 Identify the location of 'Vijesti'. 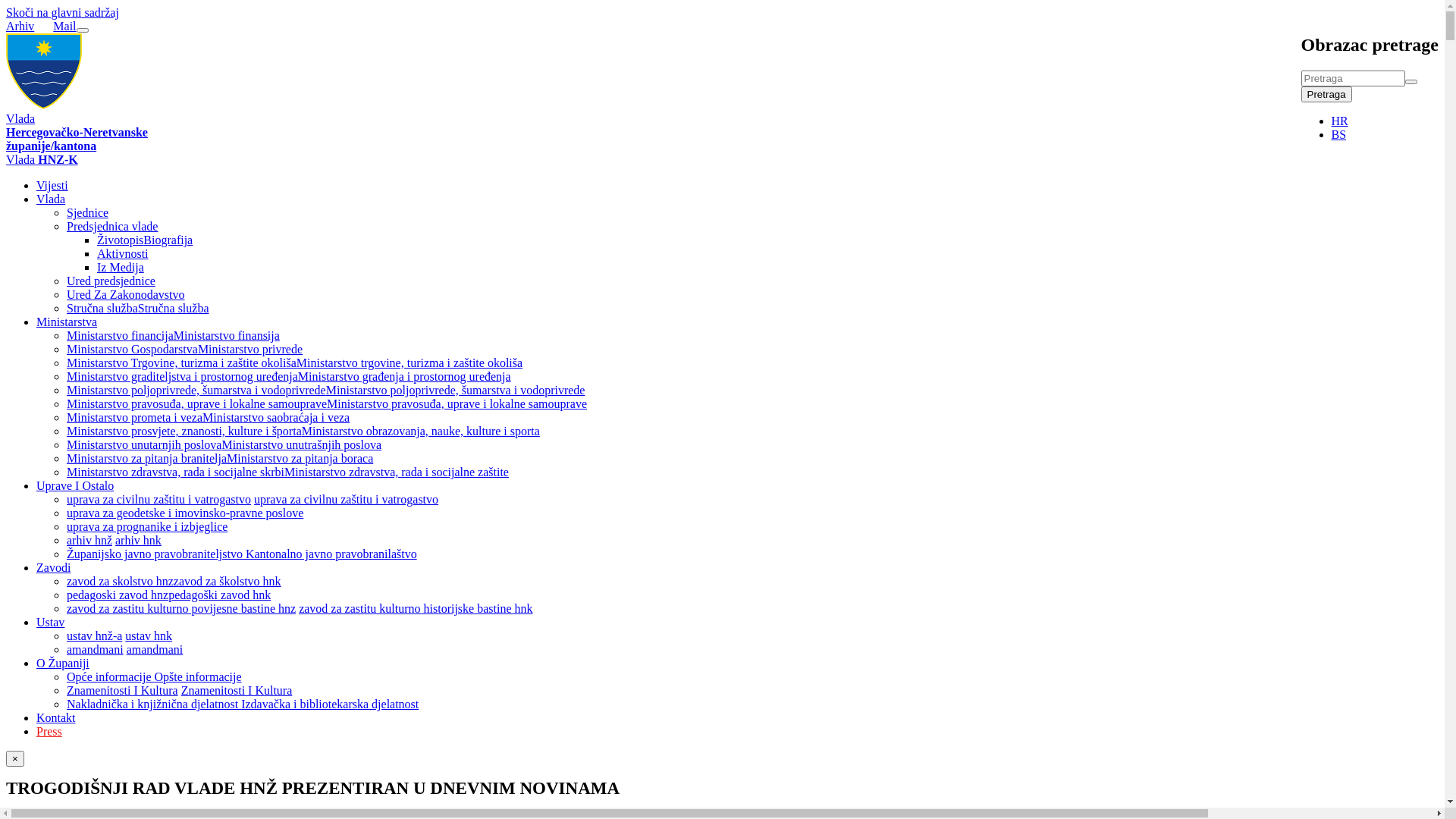
(52, 184).